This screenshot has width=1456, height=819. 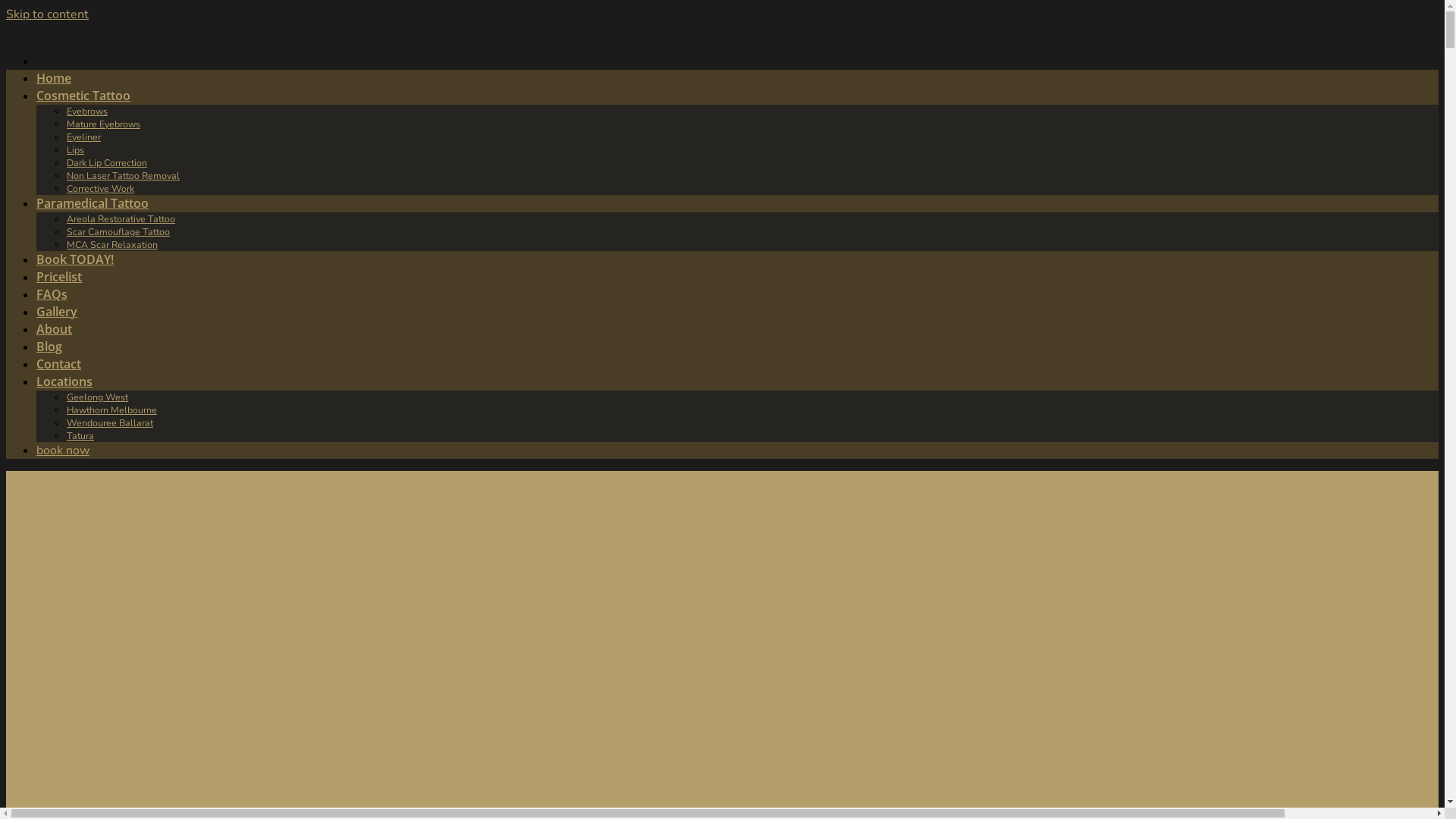 I want to click on 'Pricelist', so click(x=58, y=277).